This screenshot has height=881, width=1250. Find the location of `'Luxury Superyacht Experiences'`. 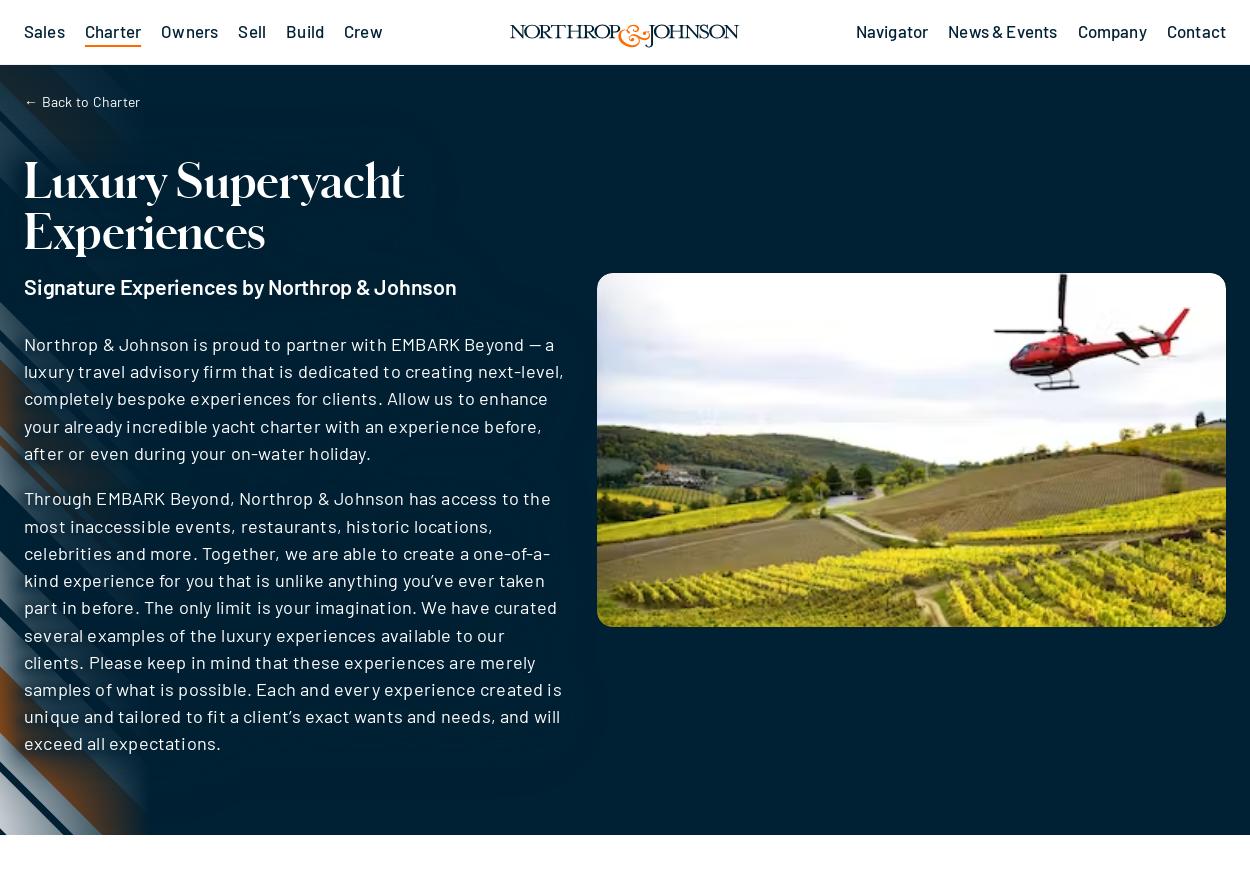

'Luxury Superyacht Experiences' is located at coordinates (213, 203).